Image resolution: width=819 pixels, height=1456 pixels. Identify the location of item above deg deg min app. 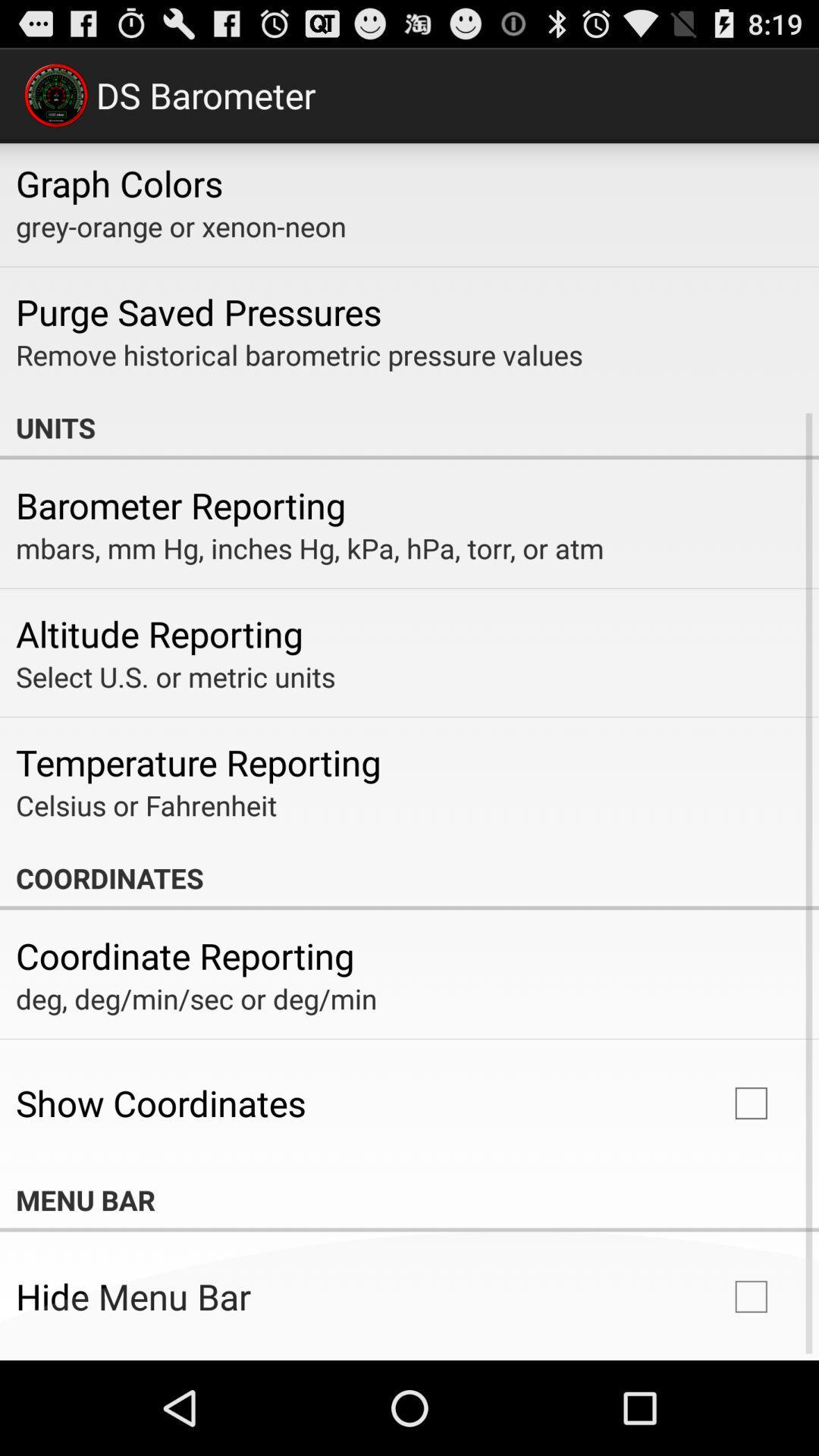
(184, 955).